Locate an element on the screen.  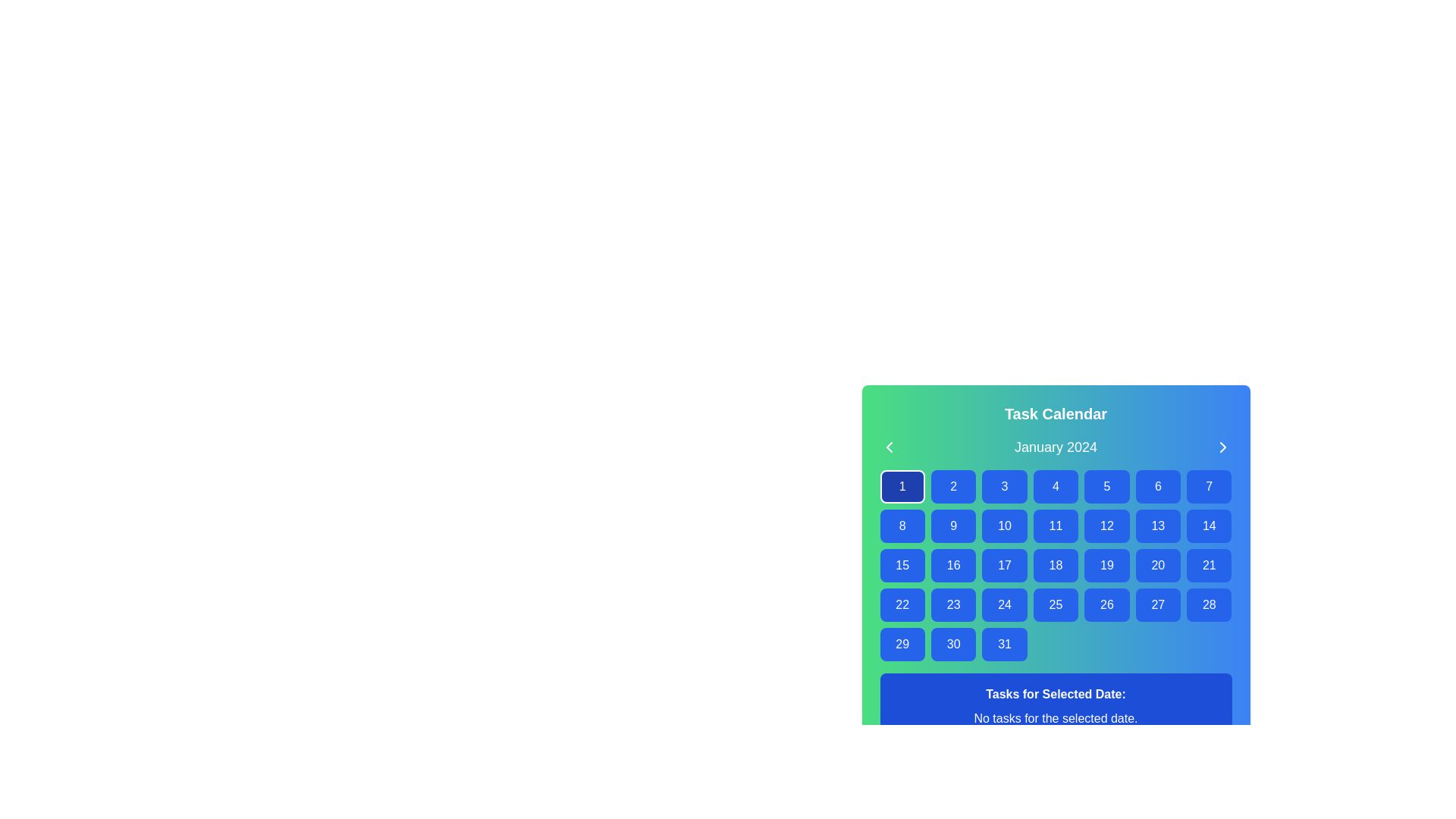
a date within the Calendar Widget, which displays a monthly calendar for January 2024 and allows for date selection is located at coordinates (1055, 571).